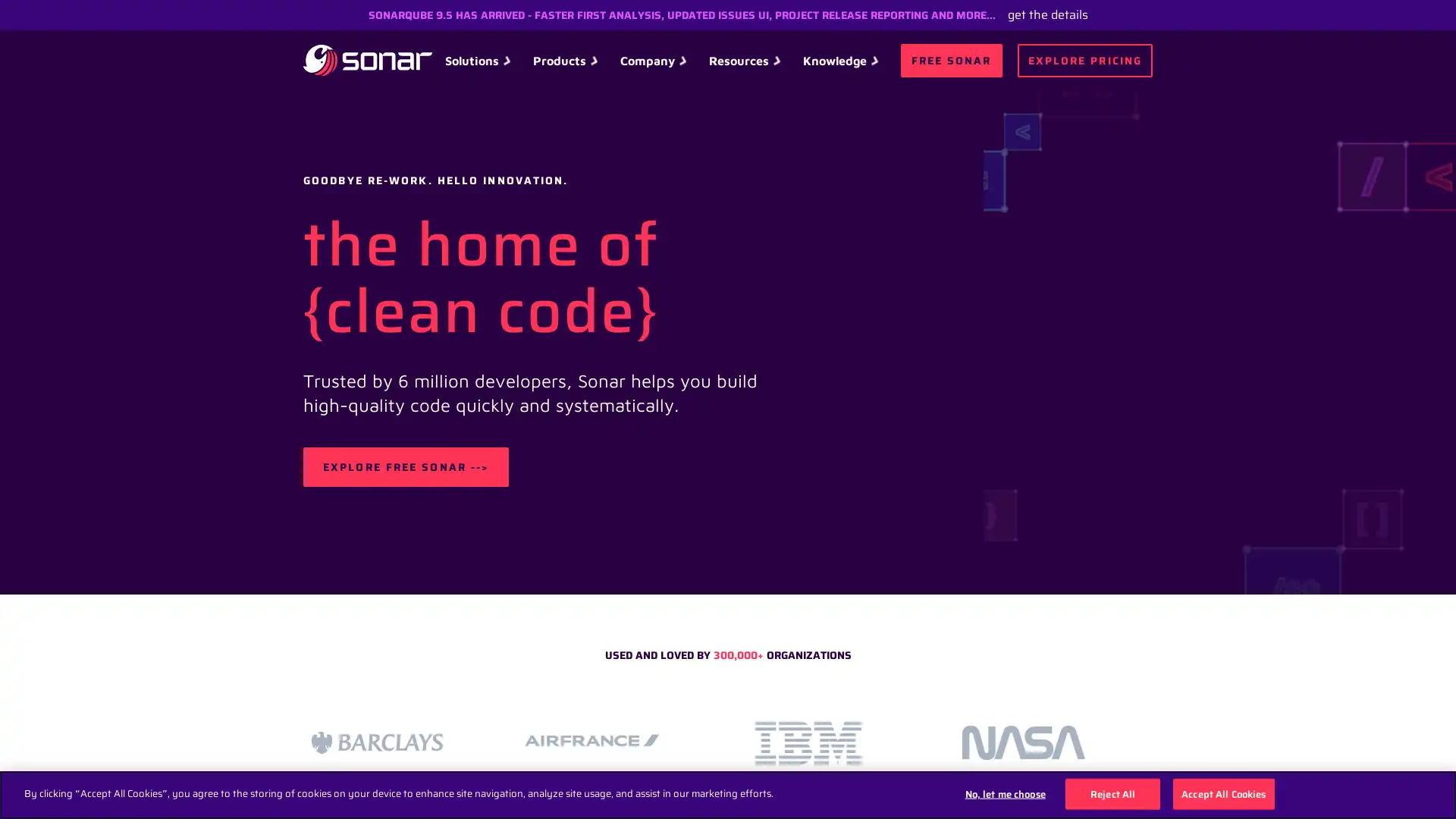 Image resolution: width=1456 pixels, height=819 pixels. Describe the element at coordinates (498, 60) in the screenshot. I see `Solutions` at that location.